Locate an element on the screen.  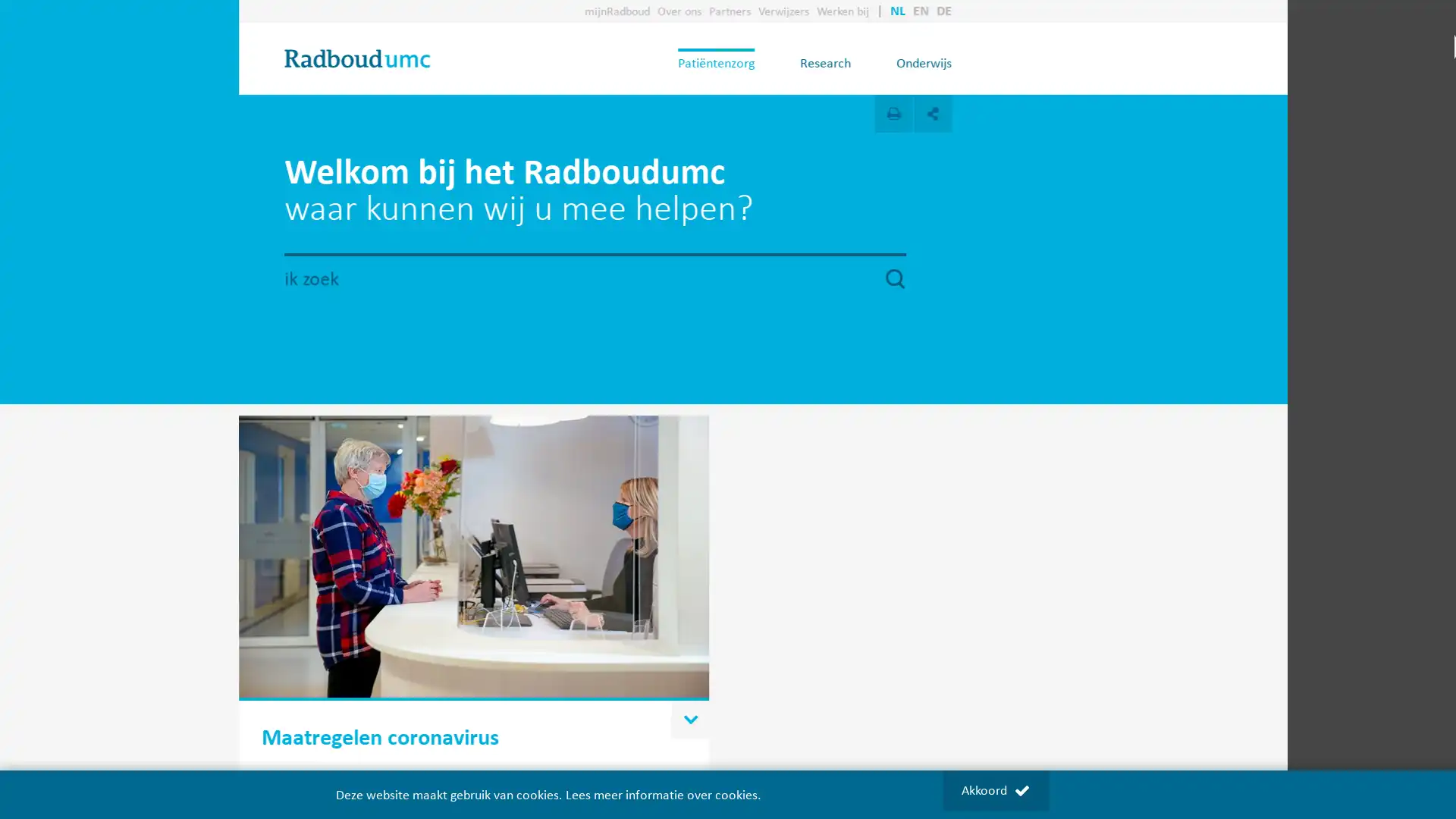
AkkoordW is located at coordinates (994, 789).